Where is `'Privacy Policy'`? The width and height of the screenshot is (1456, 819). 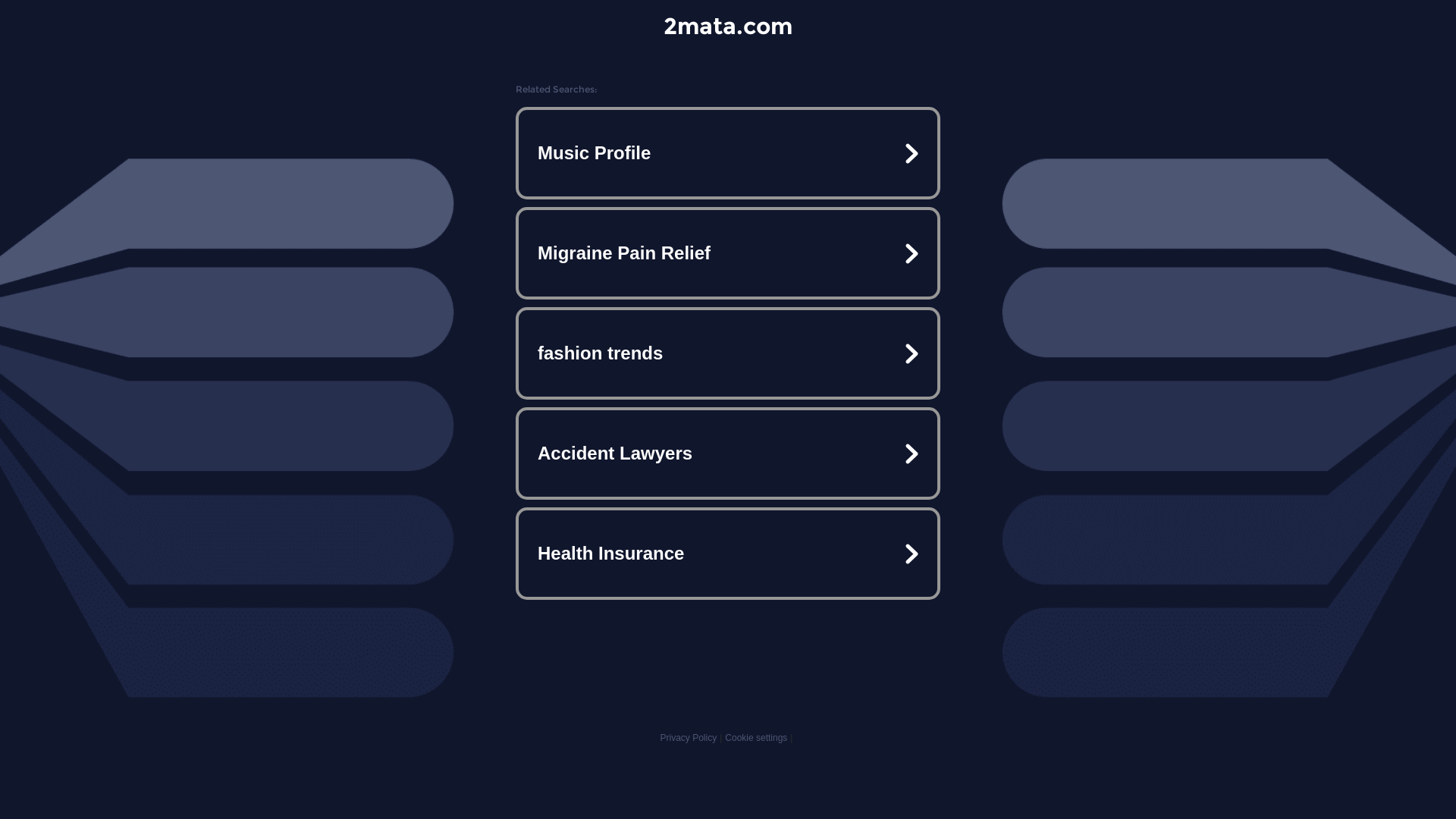 'Privacy Policy' is located at coordinates (687, 736).